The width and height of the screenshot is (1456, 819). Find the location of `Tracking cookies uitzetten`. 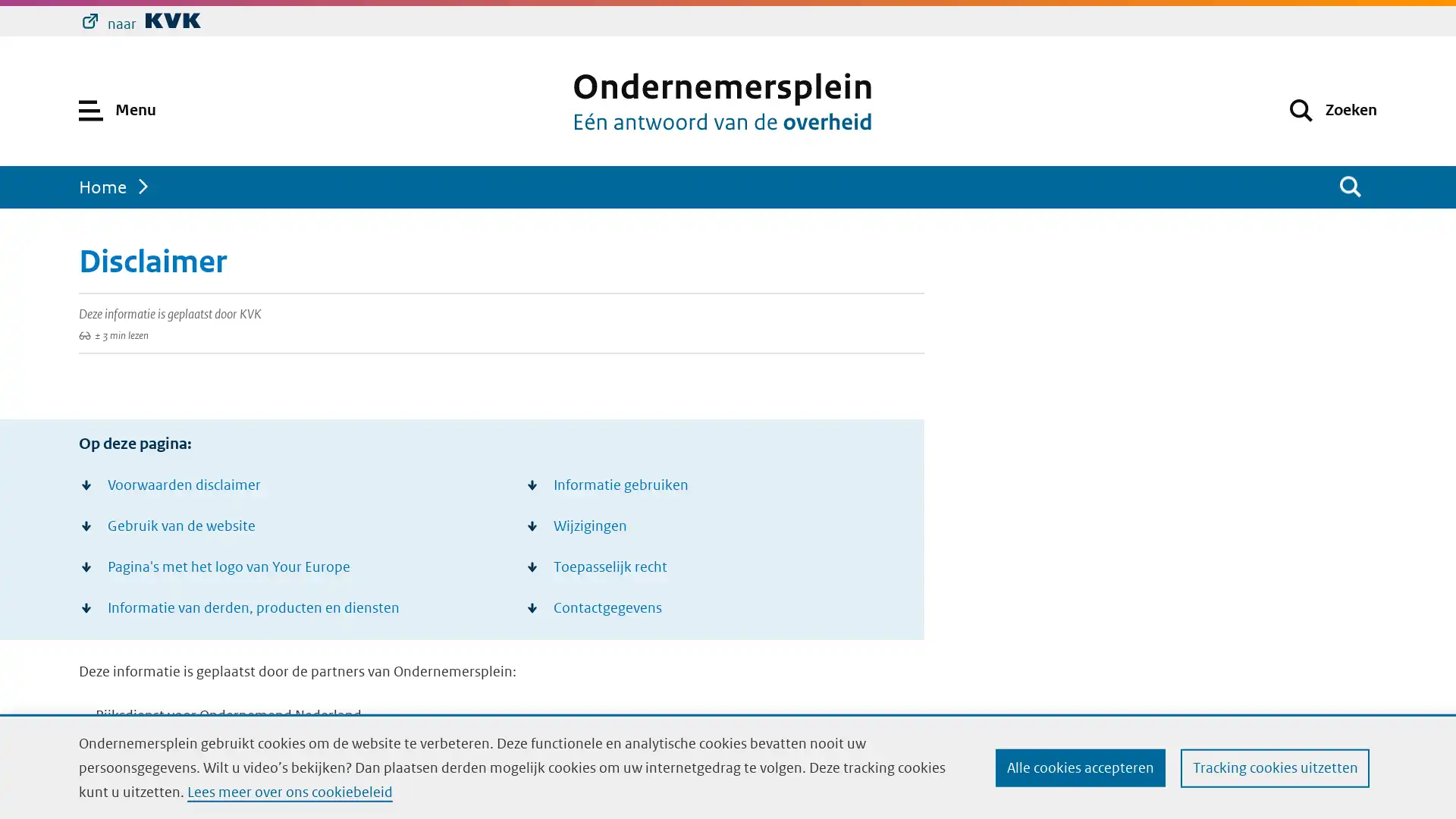

Tracking cookies uitzetten is located at coordinates (1274, 767).